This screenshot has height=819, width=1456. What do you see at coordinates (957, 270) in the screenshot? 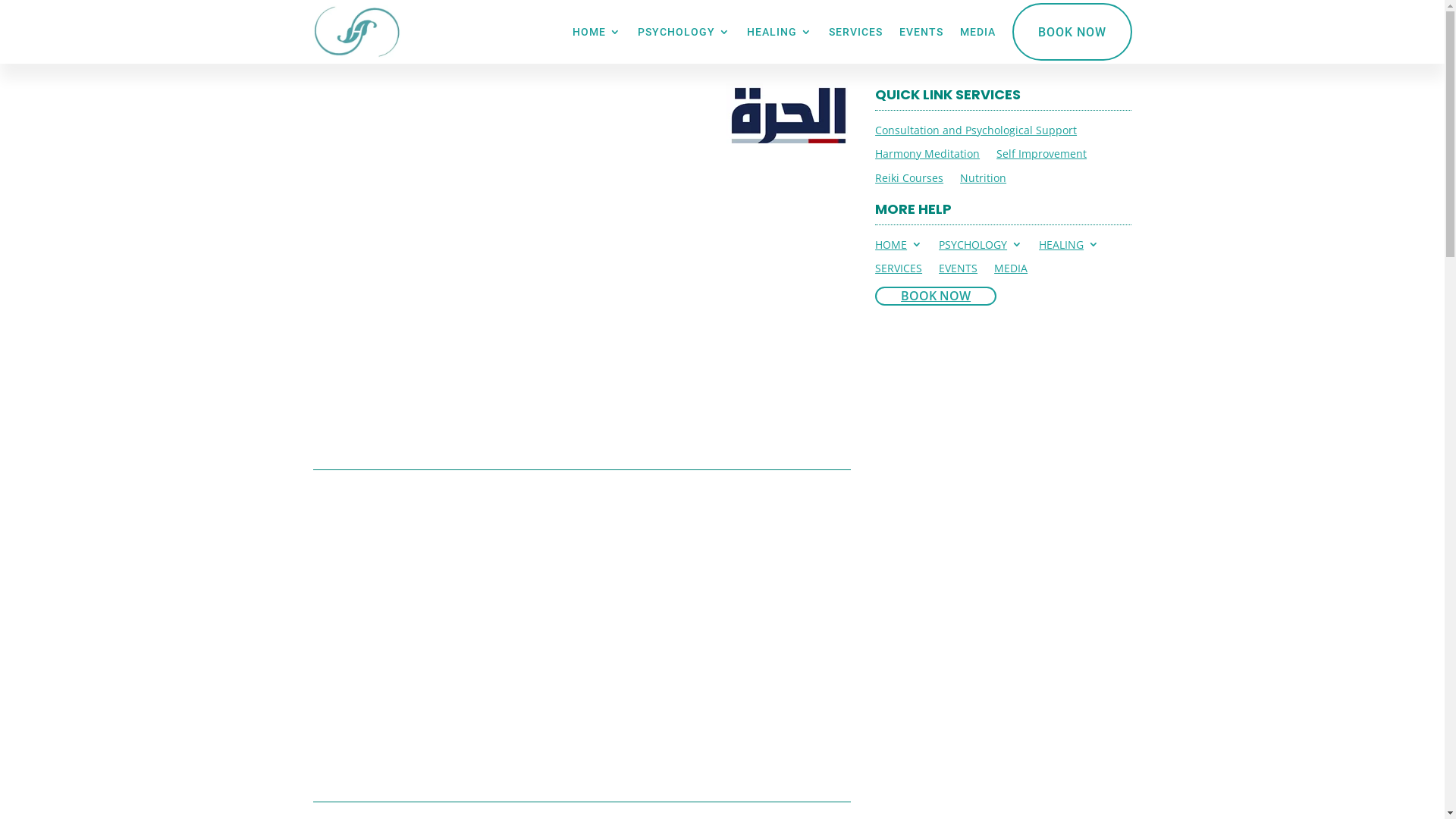
I see `'EVENTS'` at bounding box center [957, 270].